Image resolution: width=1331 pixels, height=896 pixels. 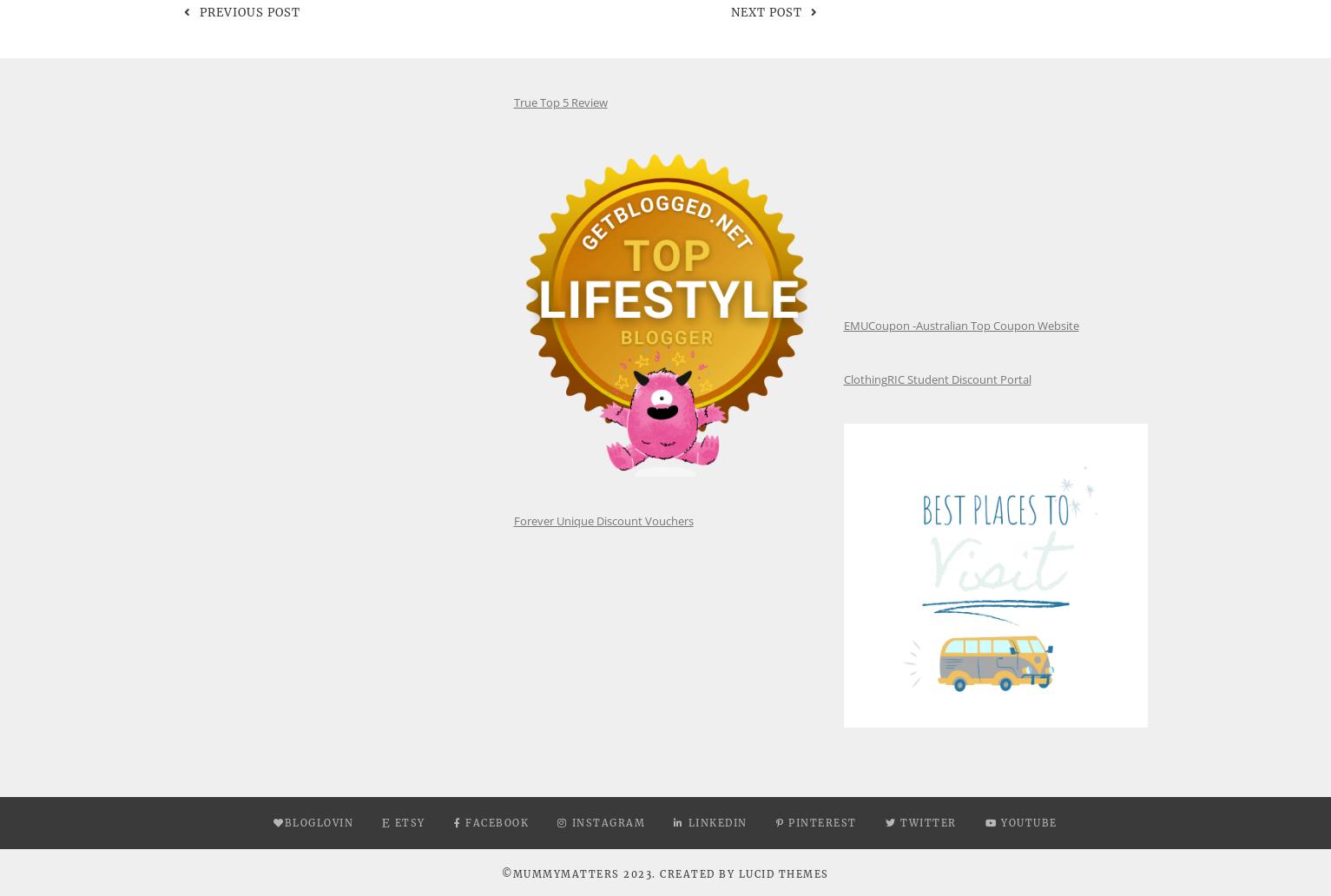 I want to click on 'Previous Post', so click(x=248, y=12).